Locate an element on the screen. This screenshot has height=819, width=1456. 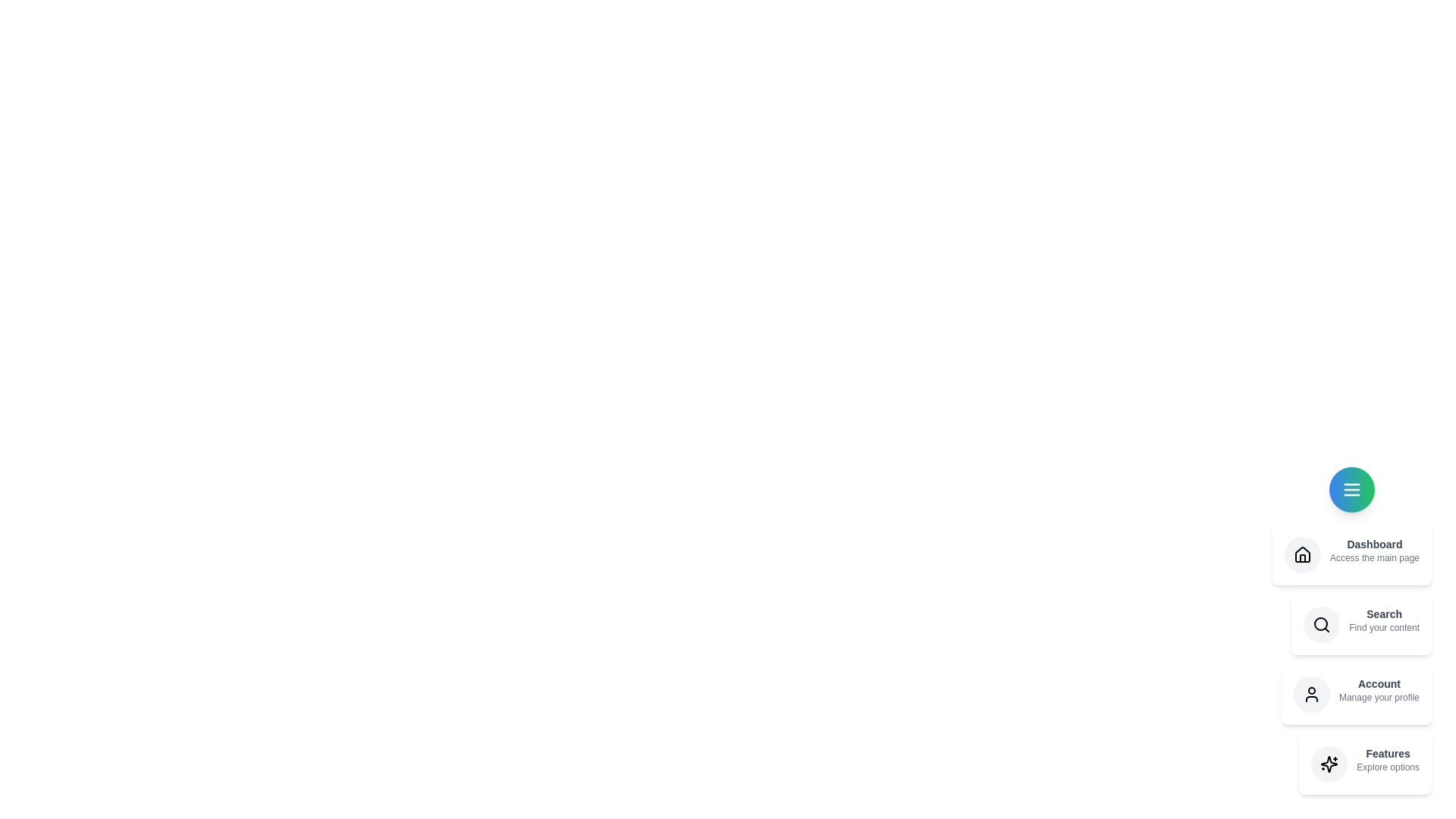
the speed dial item Search to explore its functionality is located at coordinates (1361, 625).